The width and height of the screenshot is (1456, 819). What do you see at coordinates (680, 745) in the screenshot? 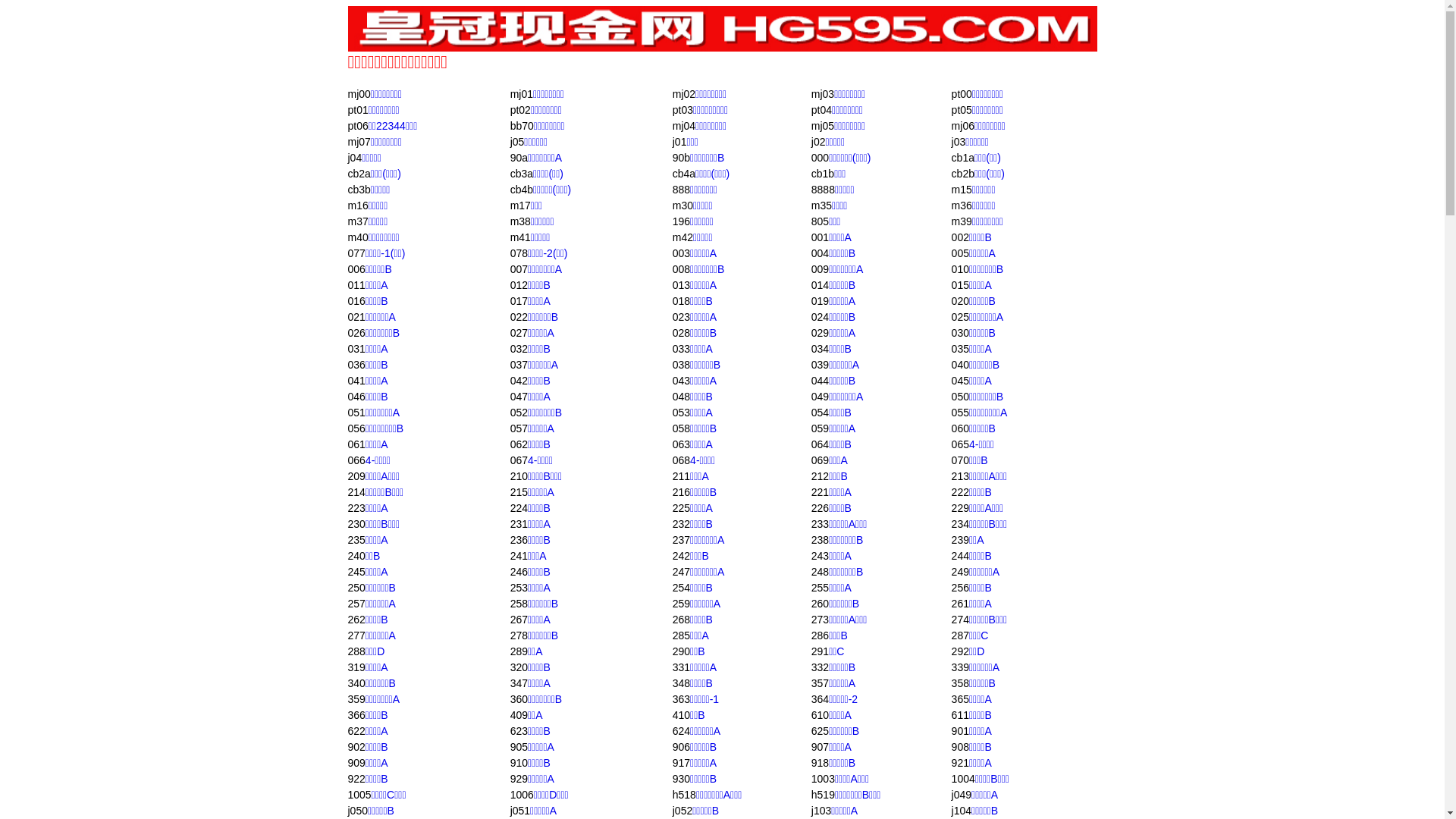
I see `'906'` at bounding box center [680, 745].